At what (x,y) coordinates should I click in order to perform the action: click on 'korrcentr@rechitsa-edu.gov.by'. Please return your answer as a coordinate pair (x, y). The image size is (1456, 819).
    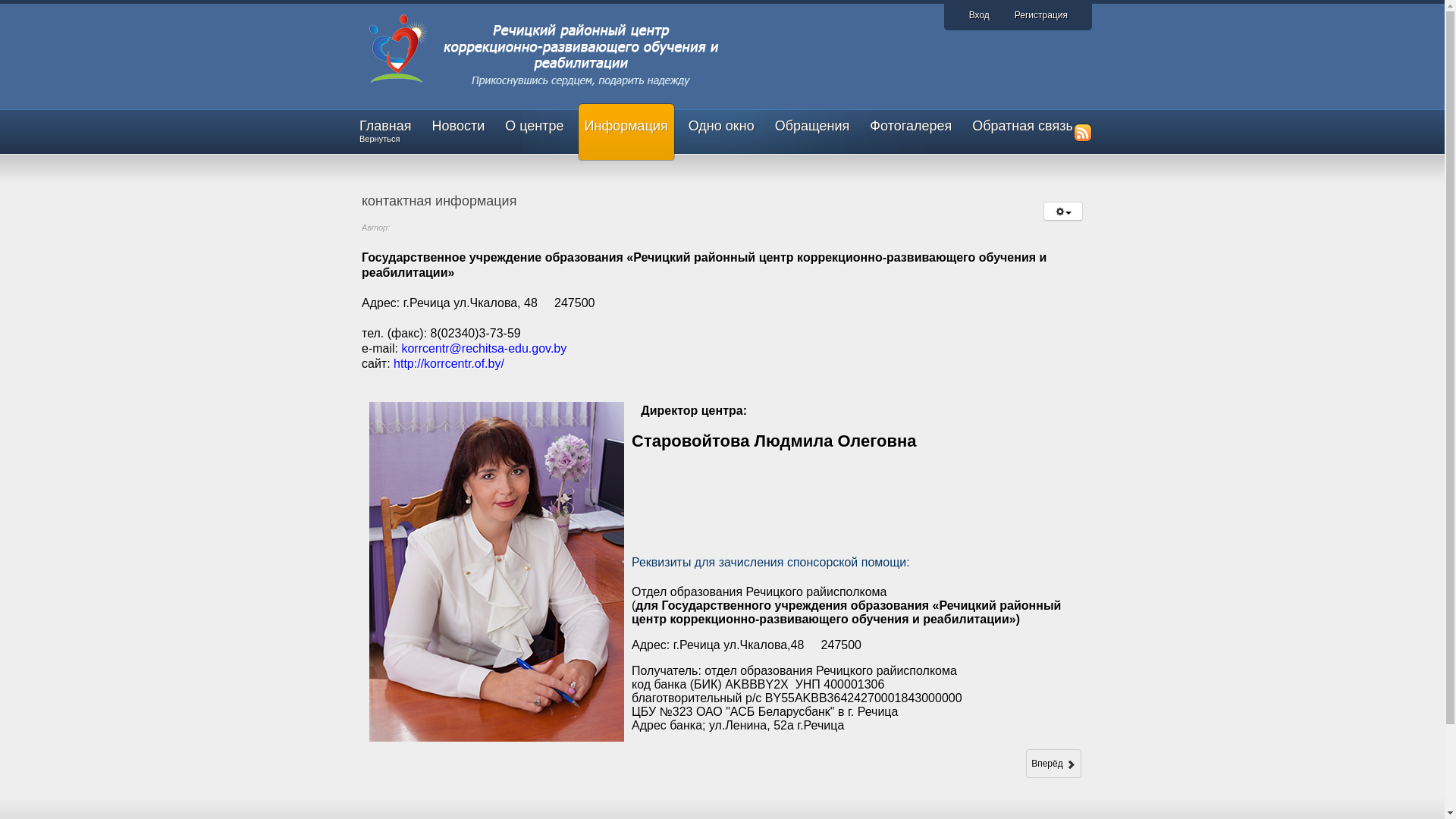
    Looking at the image, I should click on (483, 348).